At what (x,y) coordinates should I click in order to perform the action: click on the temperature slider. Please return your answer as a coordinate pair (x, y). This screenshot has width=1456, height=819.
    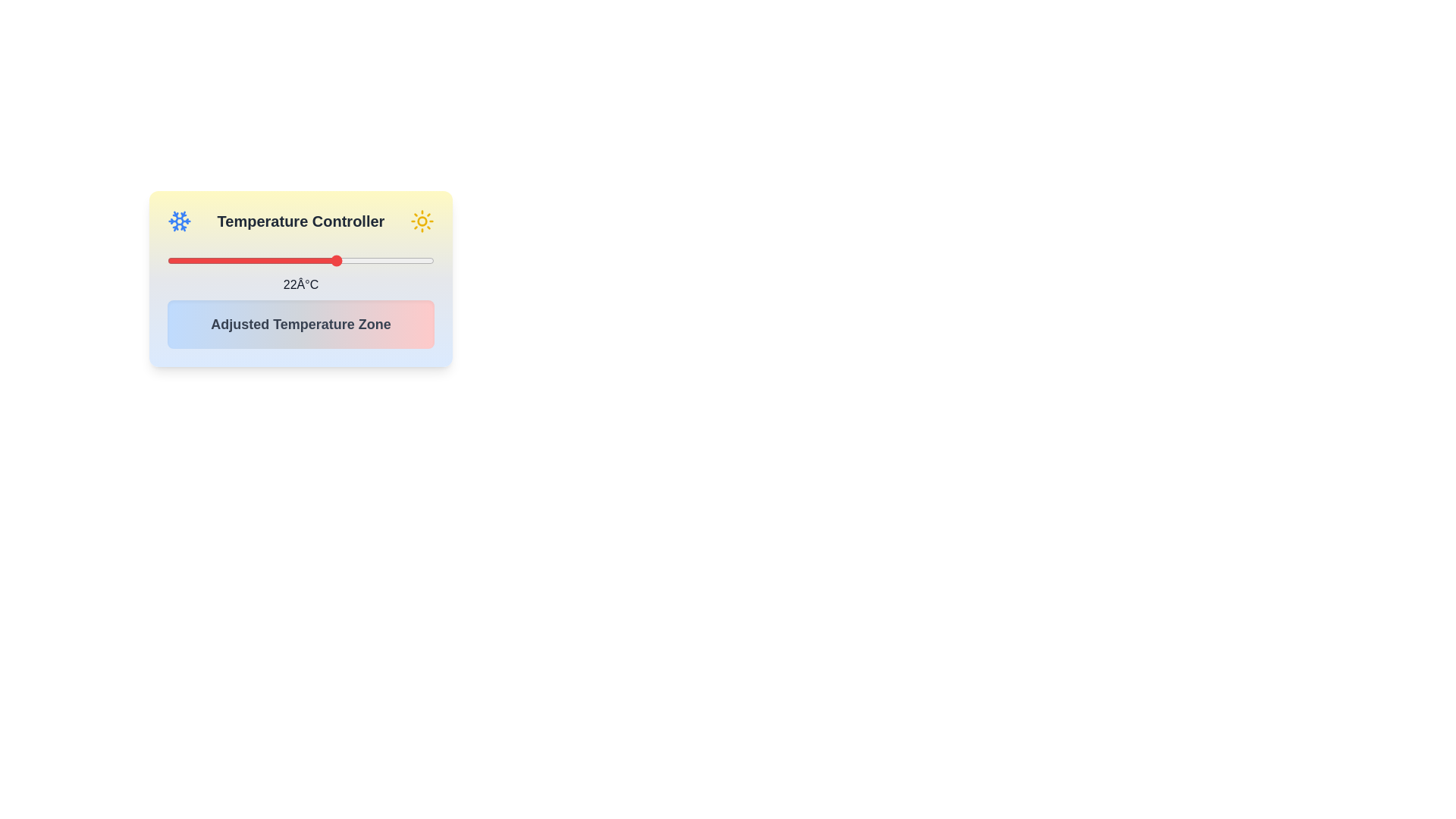
    Looking at the image, I should click on (173, 259).